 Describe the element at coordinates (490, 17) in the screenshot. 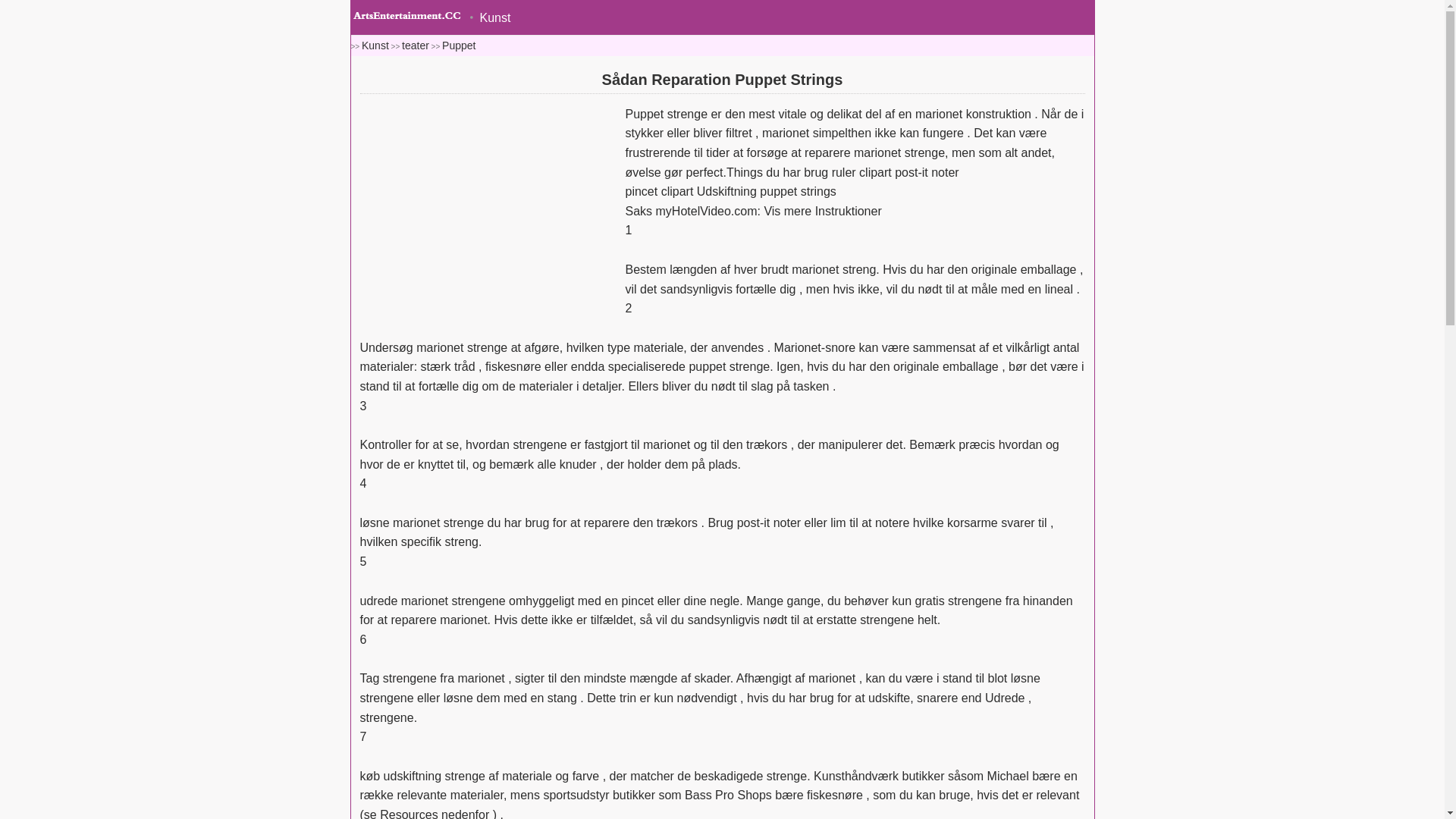

I see `'Kunst'` at that location.